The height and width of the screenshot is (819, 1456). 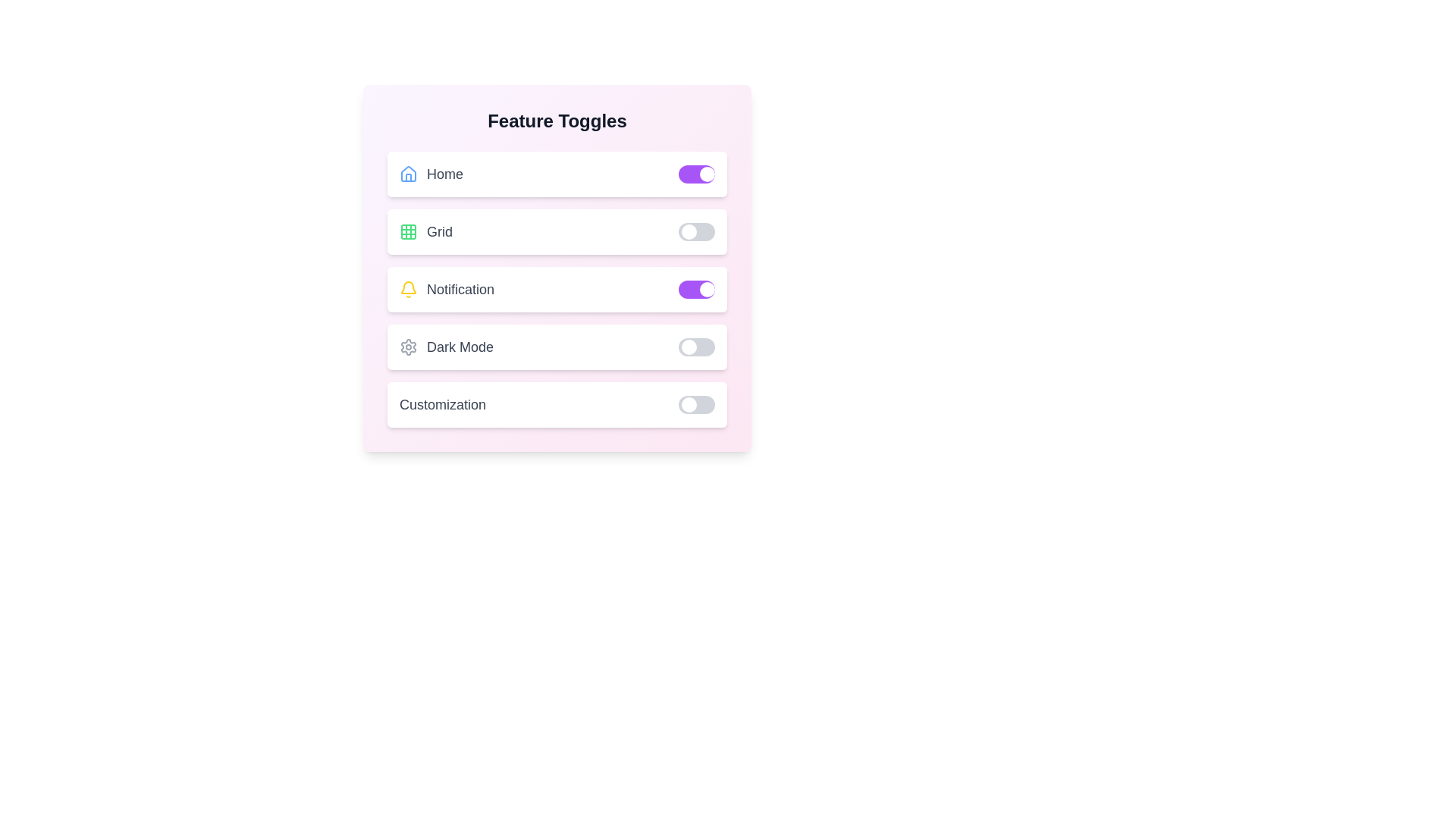 What do you see at coordinates (688, 403) in the screenshot?
I see `the circular knob of the toggle switch` at bounding box center [688, 403].